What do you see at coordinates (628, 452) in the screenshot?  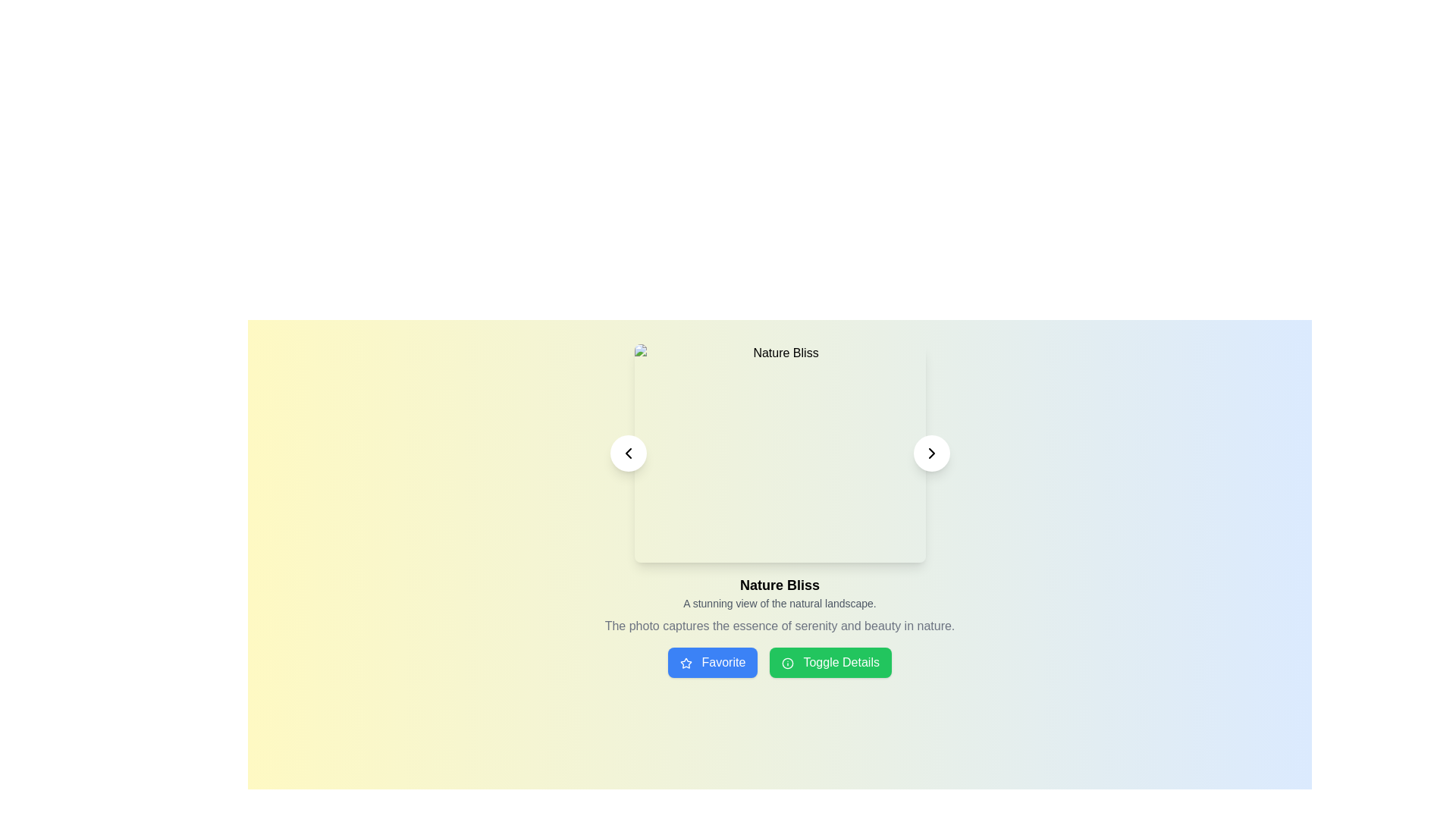 I see `the circular button with a white background and a left-pointing chevron icon` at bounding box center [628, 452].